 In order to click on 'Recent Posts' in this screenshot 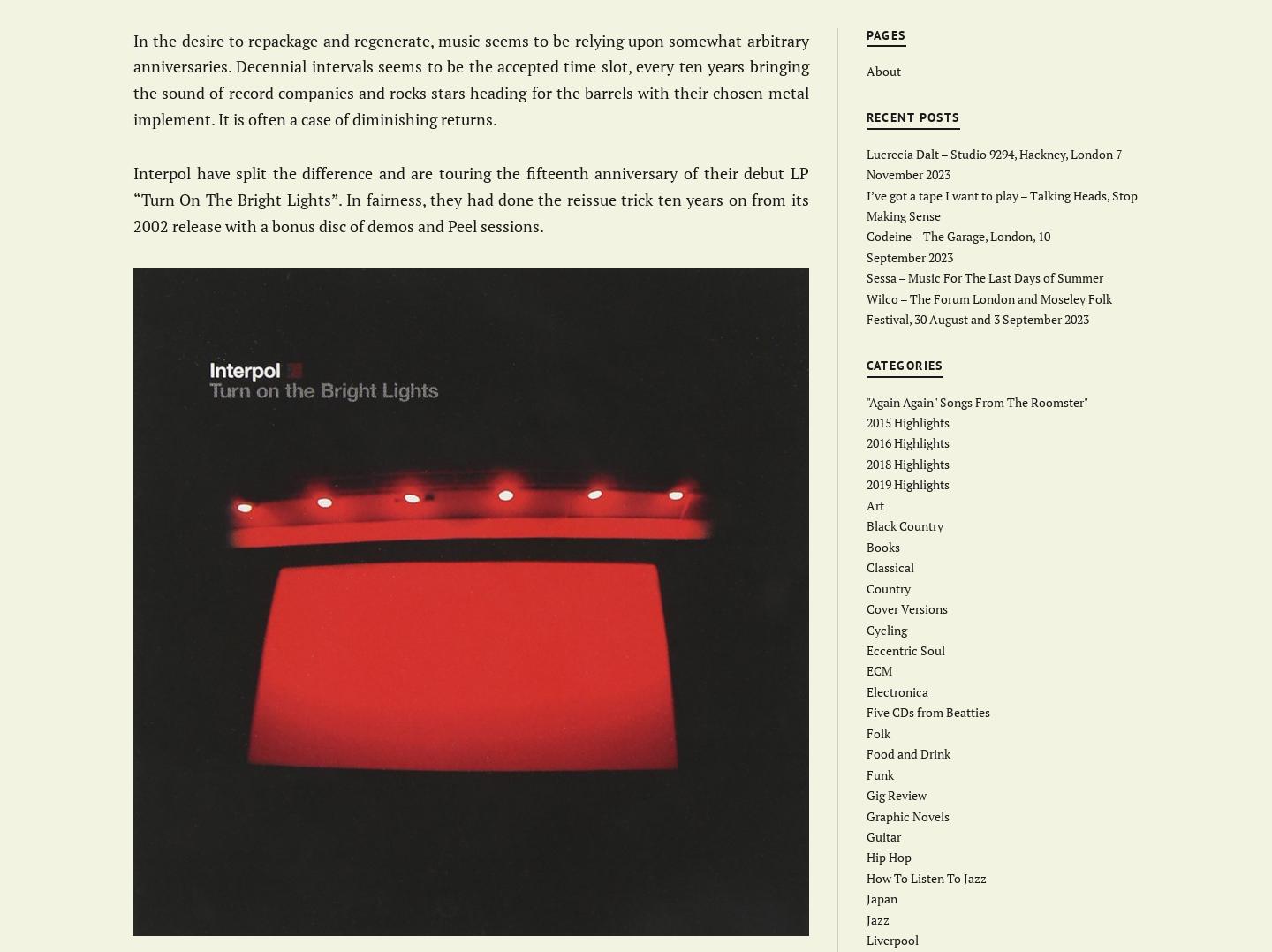, I will do `click(912, 116)`.